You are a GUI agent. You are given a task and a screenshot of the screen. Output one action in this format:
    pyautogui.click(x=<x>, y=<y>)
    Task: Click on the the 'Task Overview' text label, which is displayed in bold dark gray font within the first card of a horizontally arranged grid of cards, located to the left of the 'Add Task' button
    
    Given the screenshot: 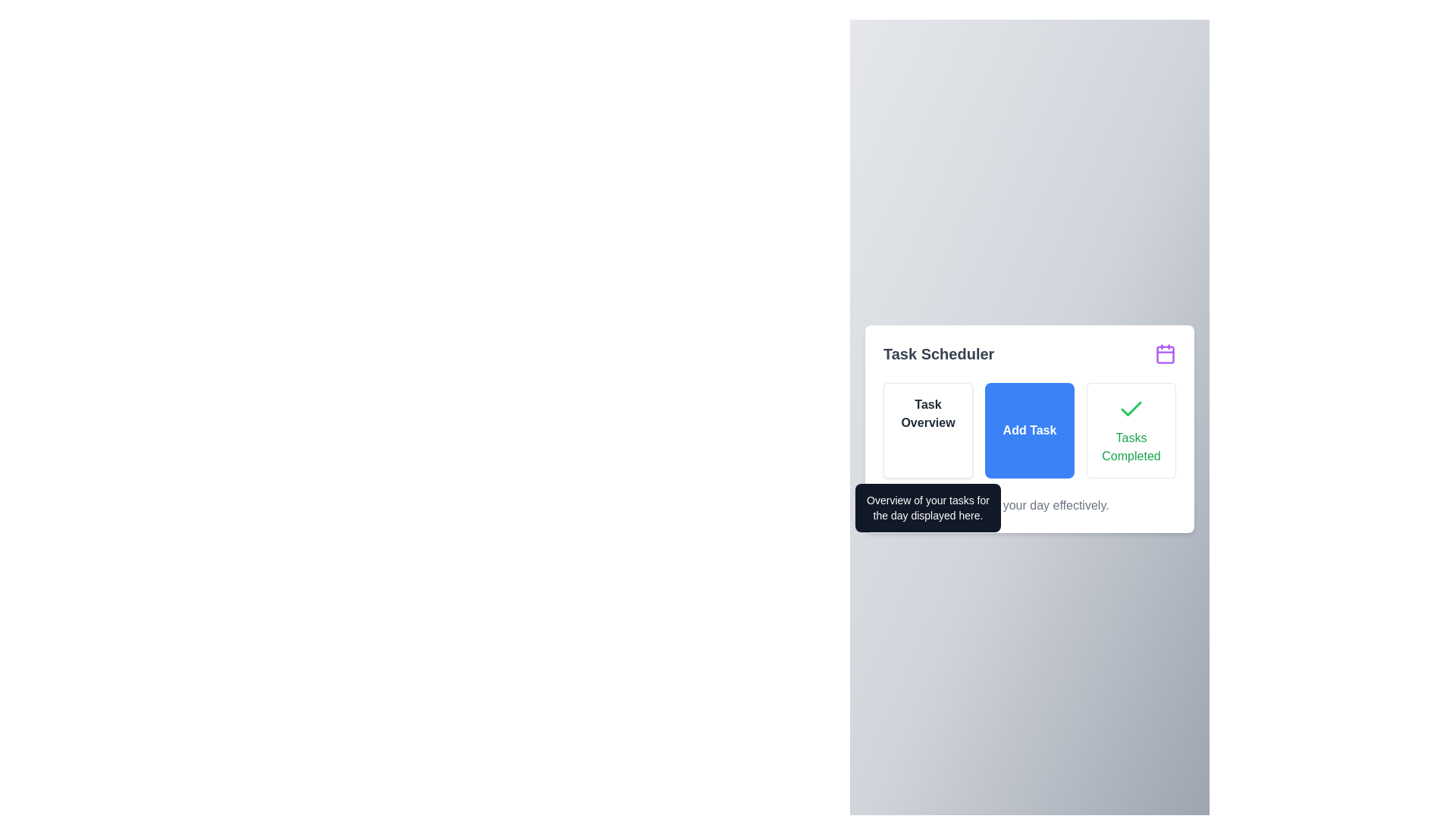 What is the action you would take?
    pyautogui.click(x=927, y=413)
    